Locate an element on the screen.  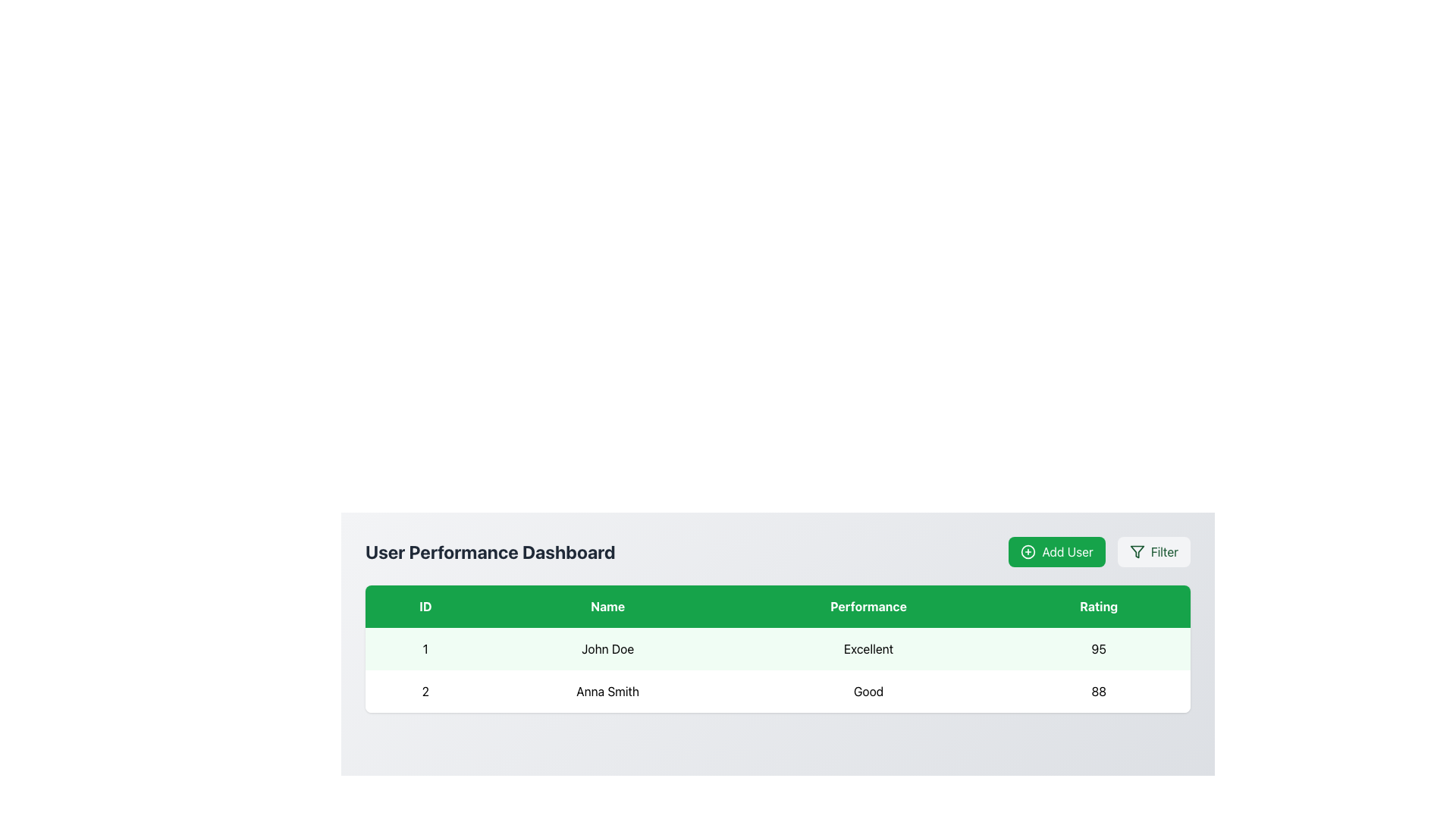
the 'Filter' button, which is a rectangular button with a light gray background and green text, located at the top-right section of the displayed table interface is located at coordinates (1153, 552).